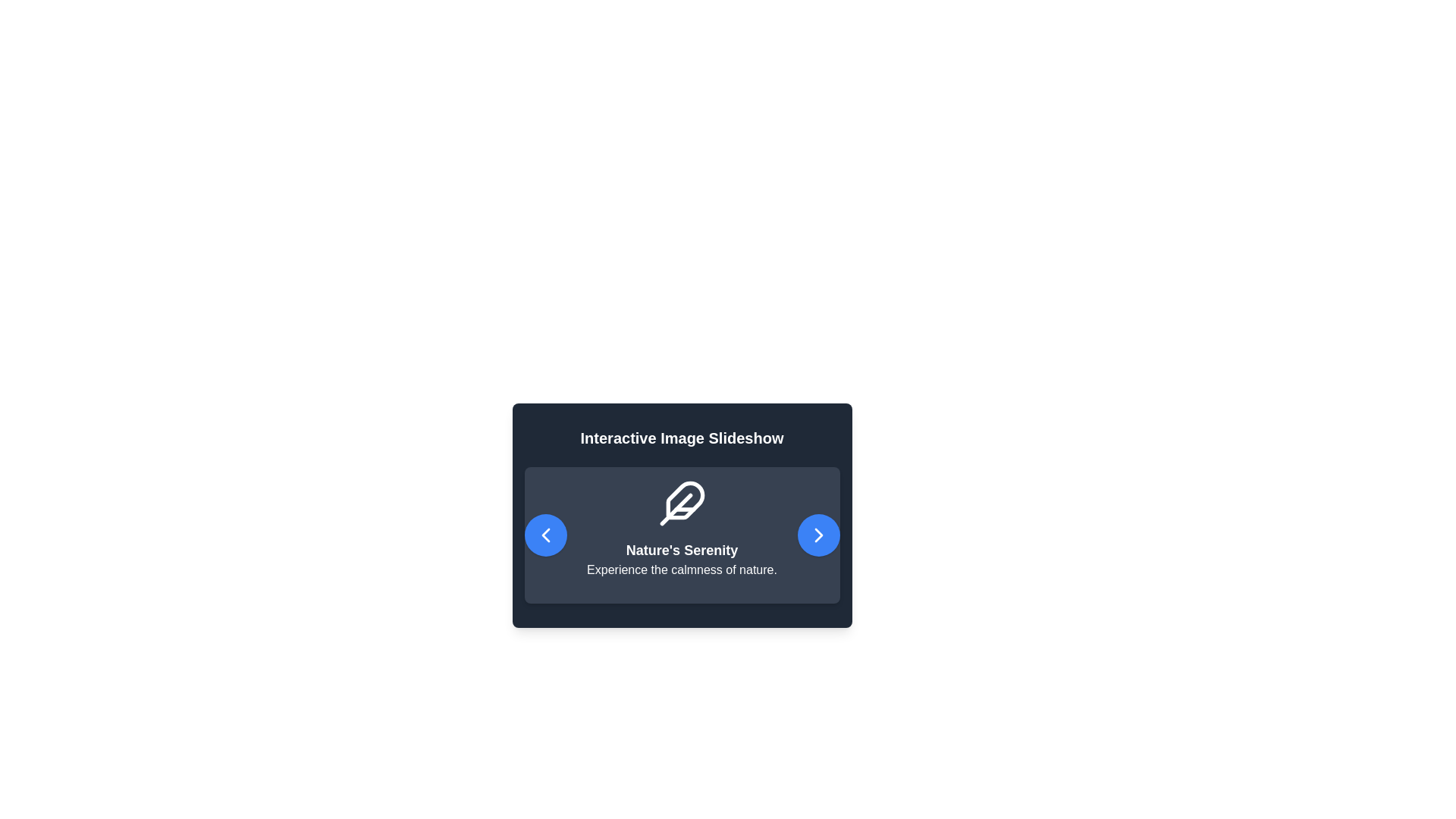 The width and height of the screenshot is (1456, 819). Describe the element at coordinates (545, 534) in the screenshot. I see `the circular blue button with a white left-pointing chevron icon` at that location.